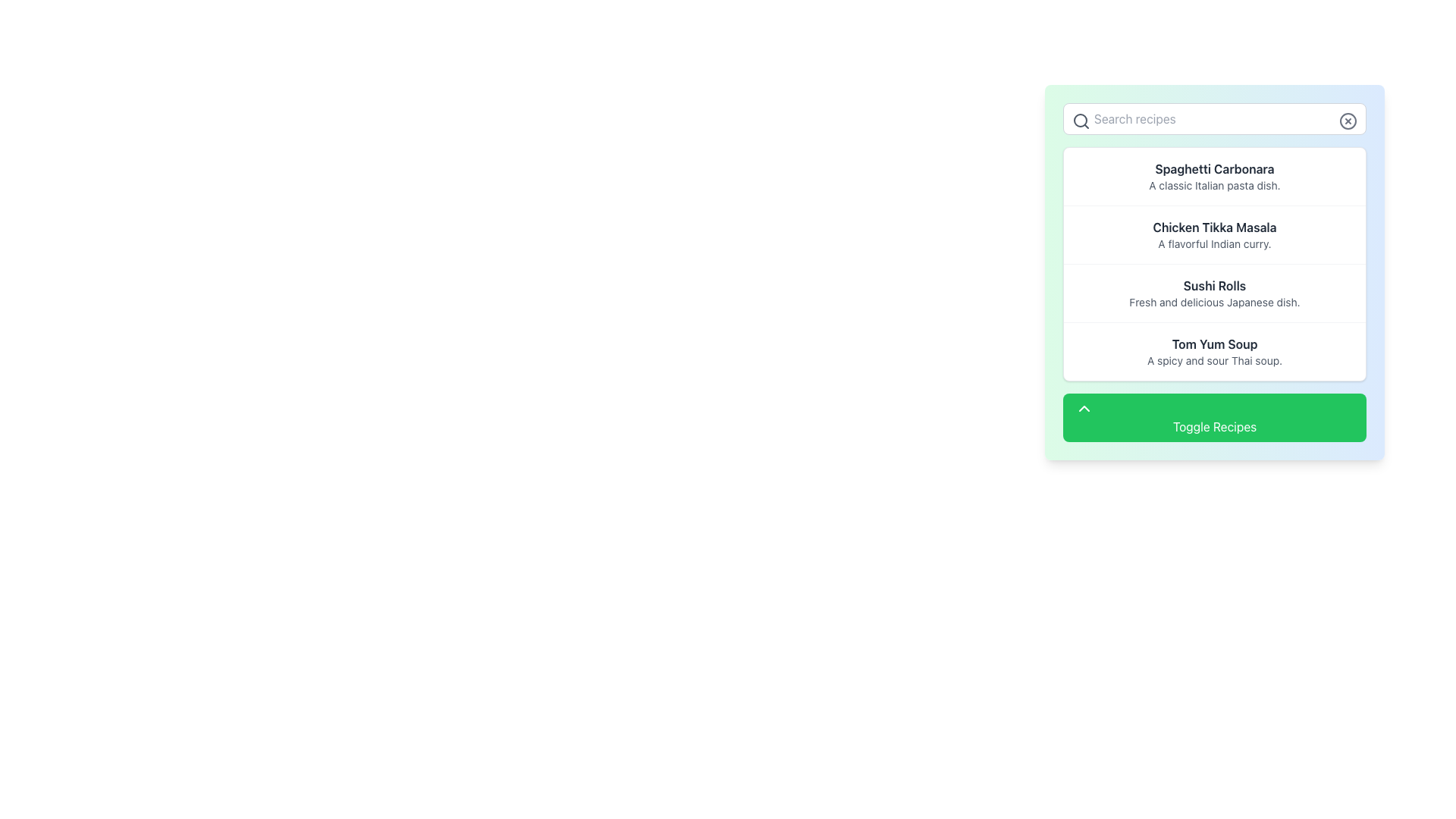  I want to click on the search icon styled as a magnifying glass located in the top left corner of the 'Search recipes' input box, so click(1080, 120).